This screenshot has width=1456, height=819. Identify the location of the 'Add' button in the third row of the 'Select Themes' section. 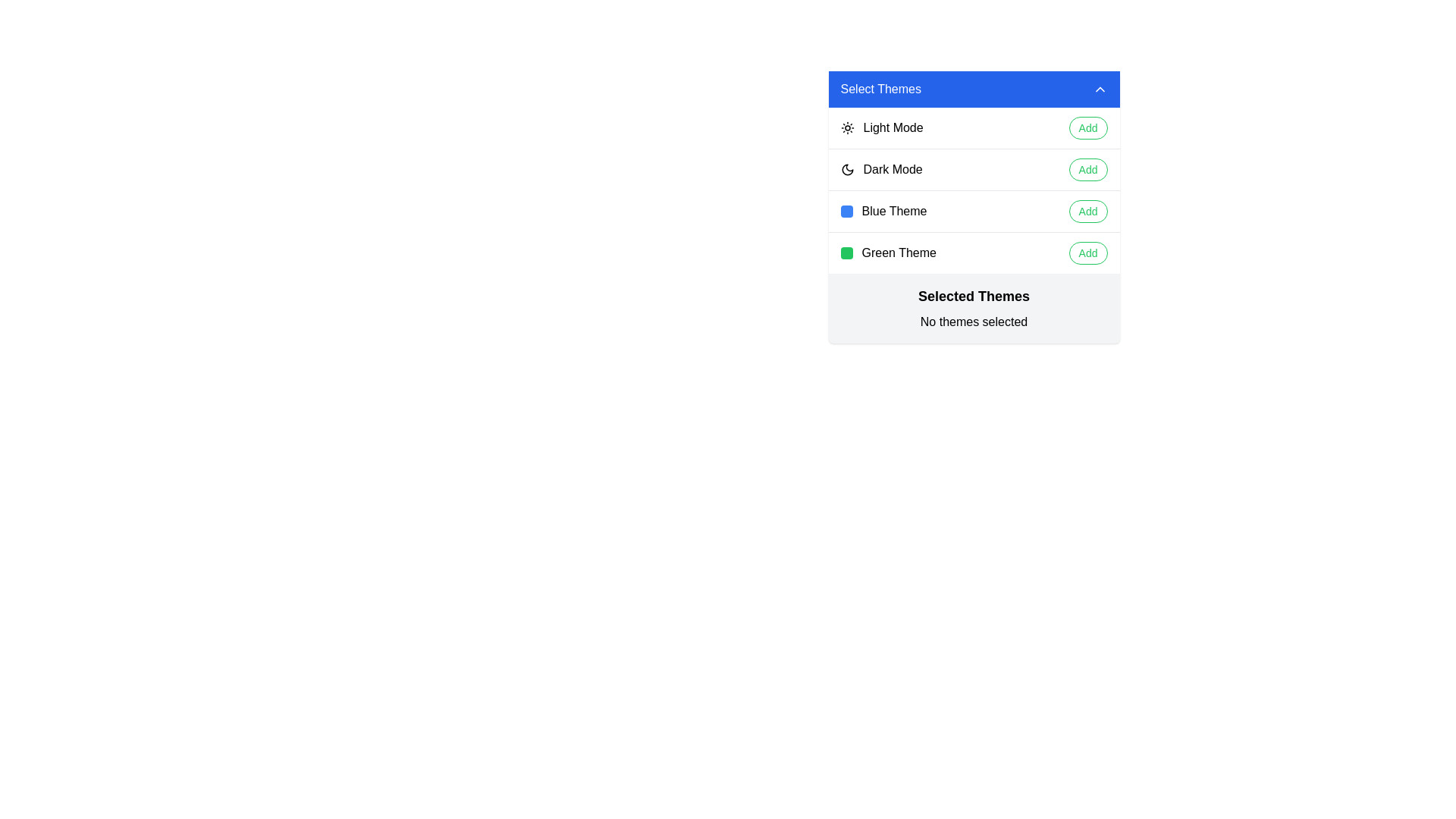
(974, 211).